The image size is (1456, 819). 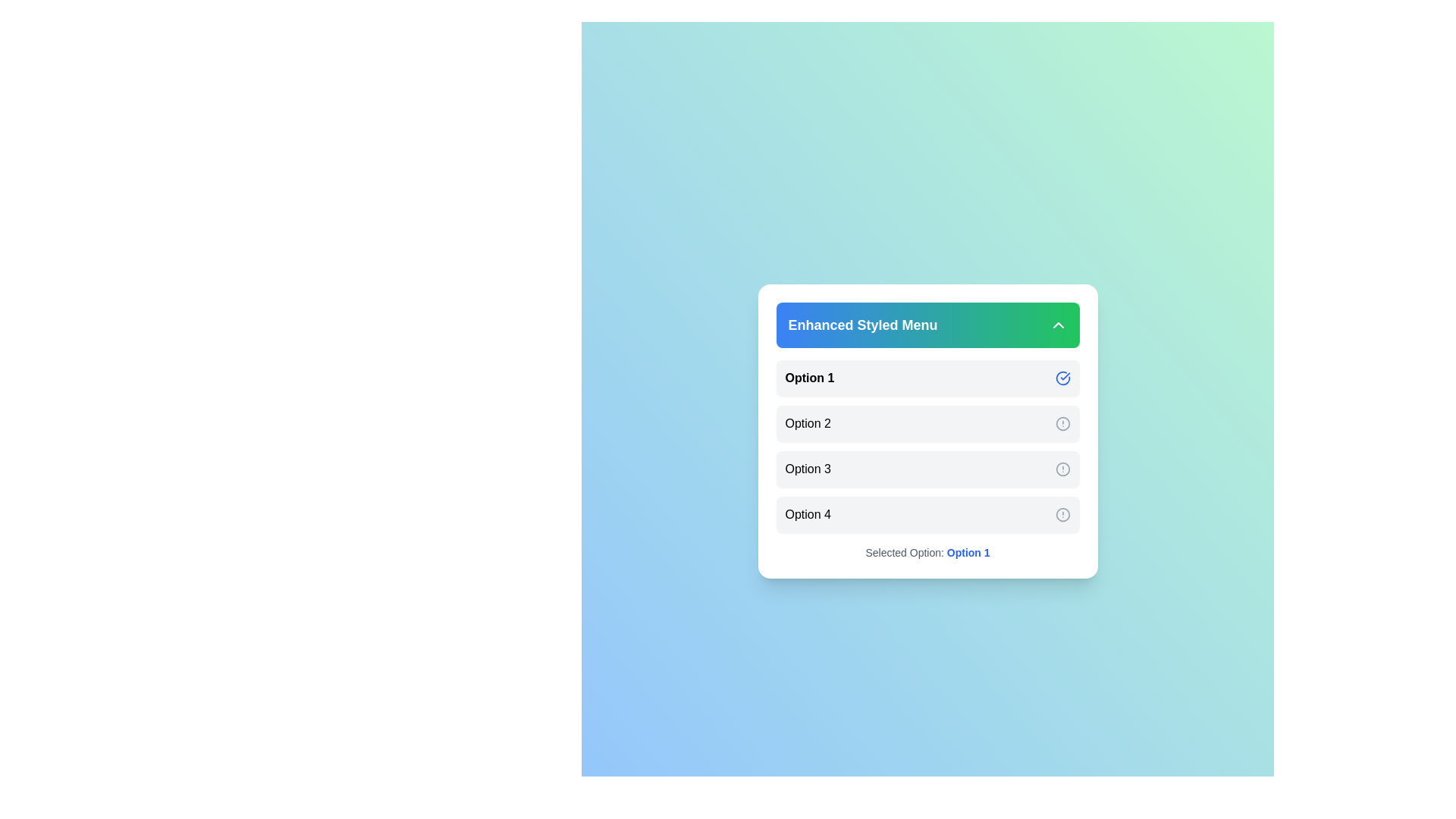 I want to click on the menu option Option 3 to observe its hover effect, so click(x=927, y=468).